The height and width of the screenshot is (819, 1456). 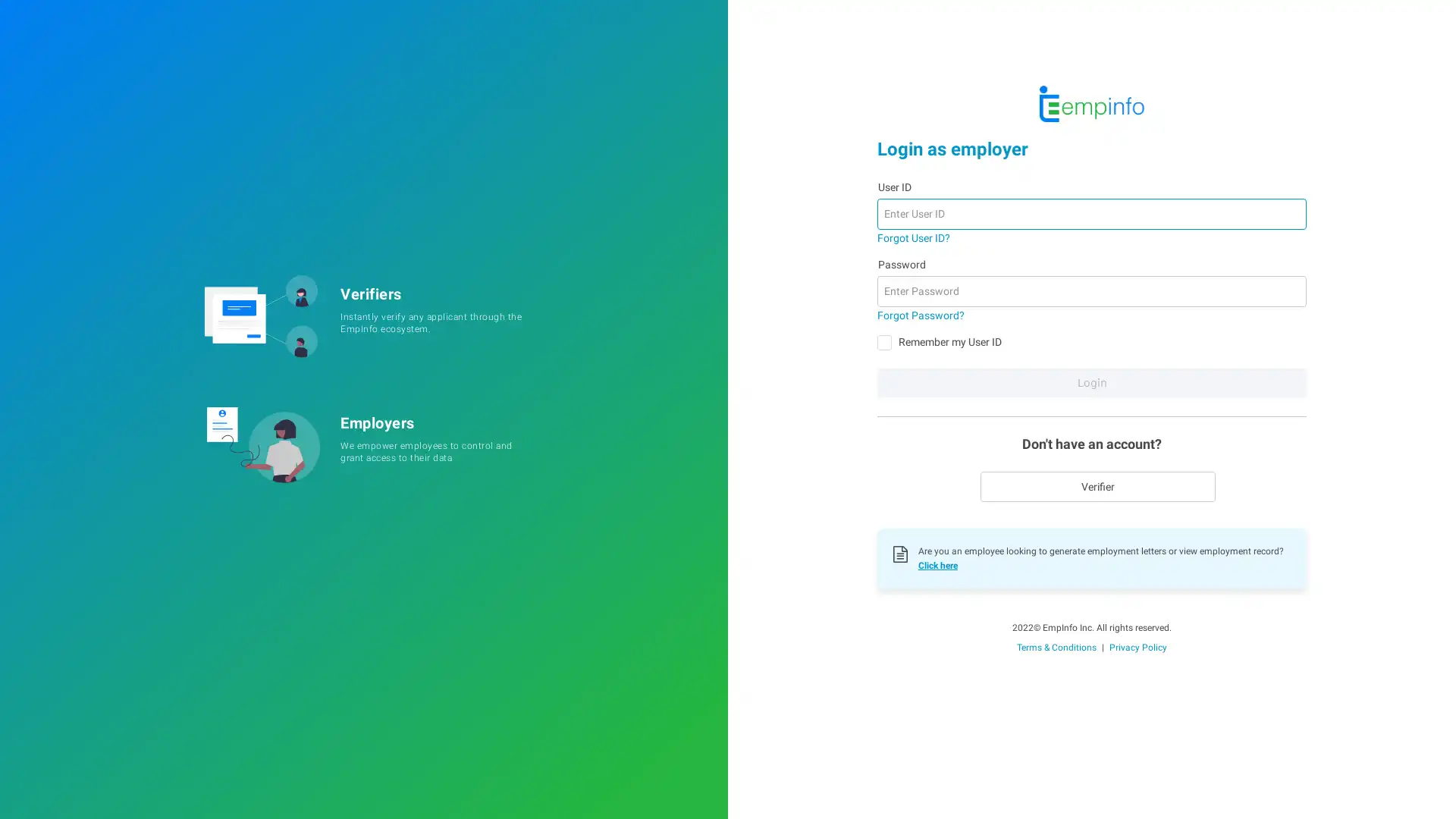 What do you see at coordinates (1090, 382) in the screenshot?
I see `Login` at bounding box center [1090, 382].